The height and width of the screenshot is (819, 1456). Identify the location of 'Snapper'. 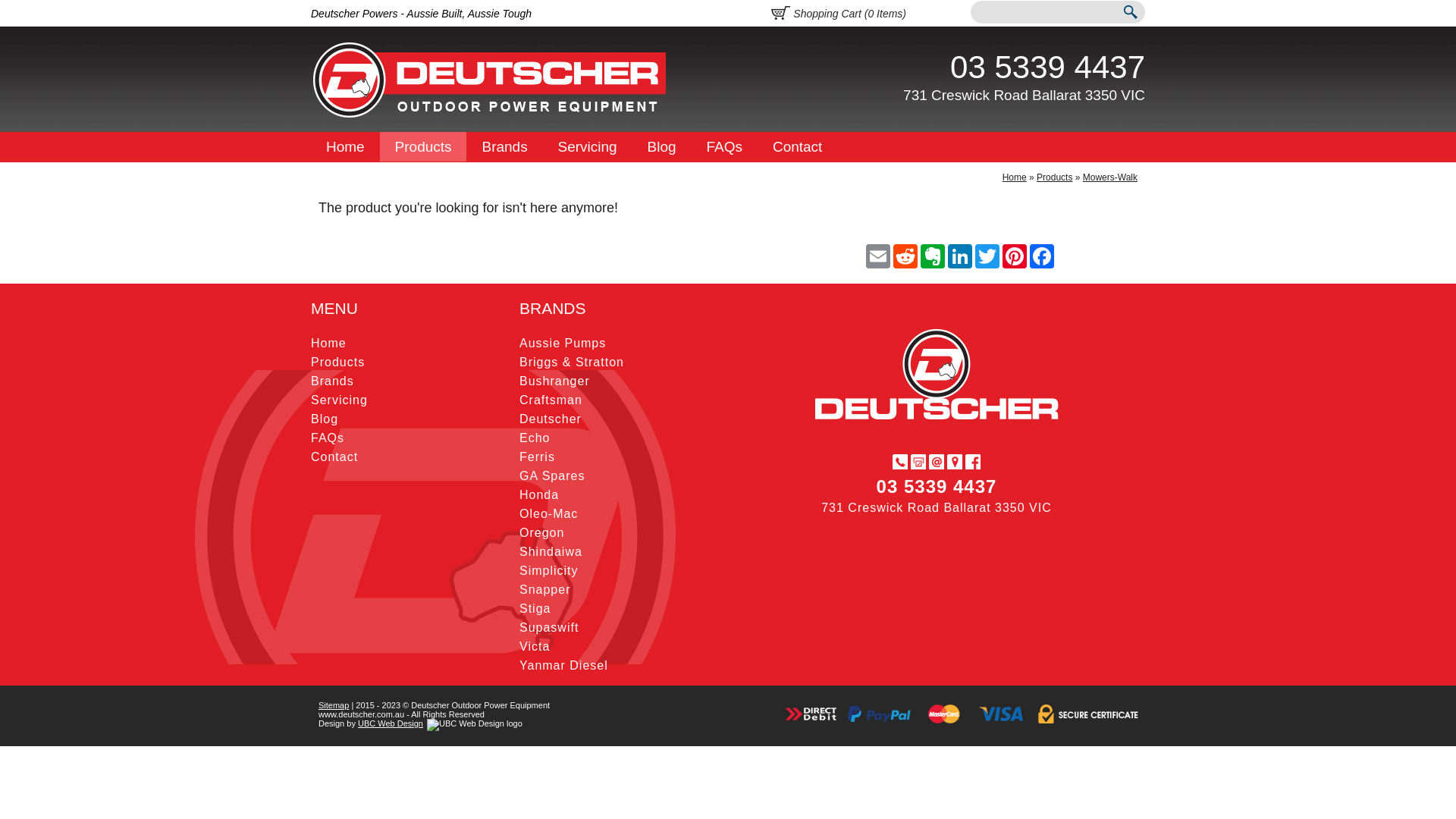
(545, 588).